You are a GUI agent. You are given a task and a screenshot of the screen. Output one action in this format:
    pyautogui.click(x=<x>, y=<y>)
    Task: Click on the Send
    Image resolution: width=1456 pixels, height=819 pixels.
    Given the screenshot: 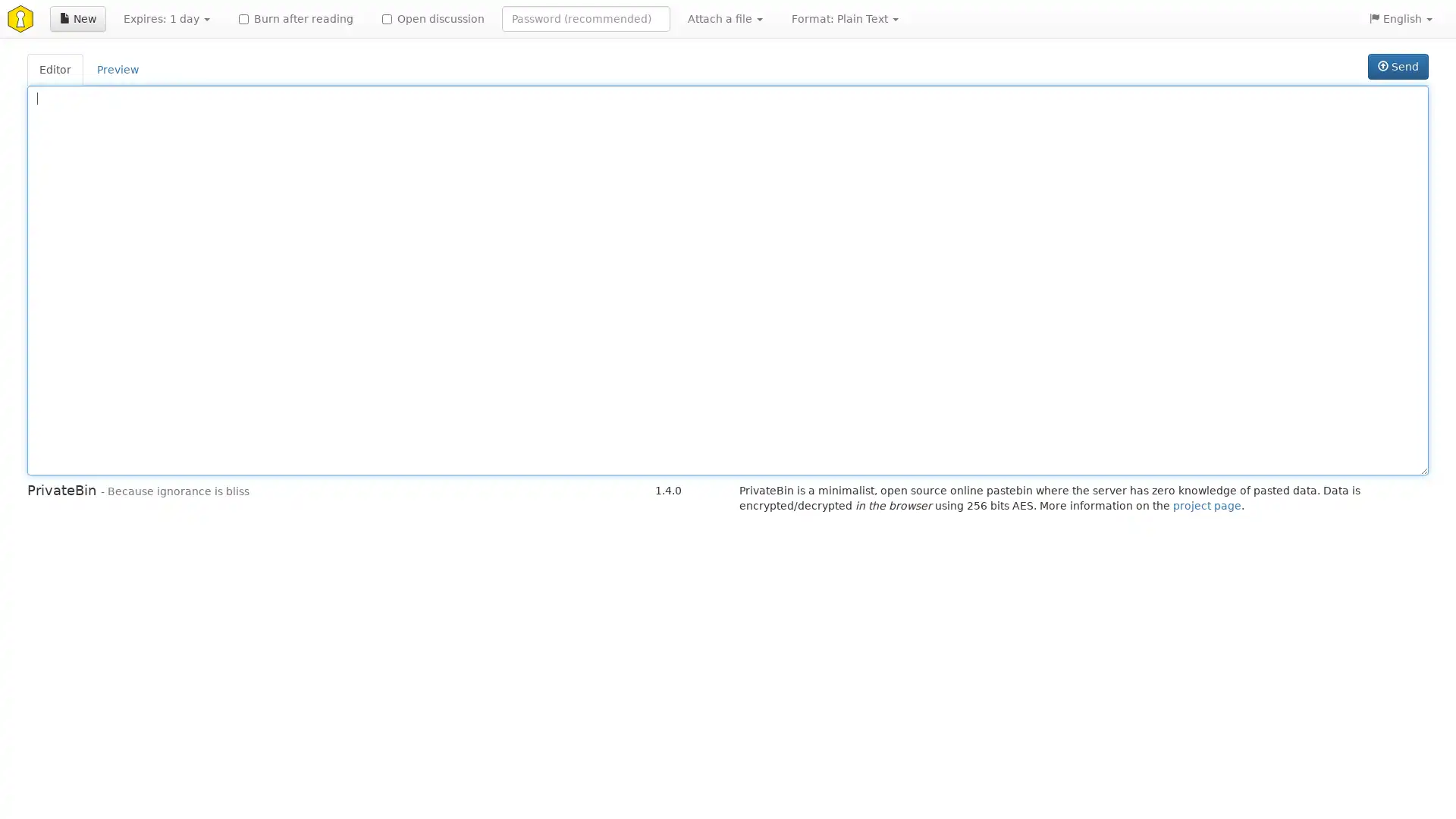 What is the action you would take?
    pyautogui.click(x=1397, y=66)
    